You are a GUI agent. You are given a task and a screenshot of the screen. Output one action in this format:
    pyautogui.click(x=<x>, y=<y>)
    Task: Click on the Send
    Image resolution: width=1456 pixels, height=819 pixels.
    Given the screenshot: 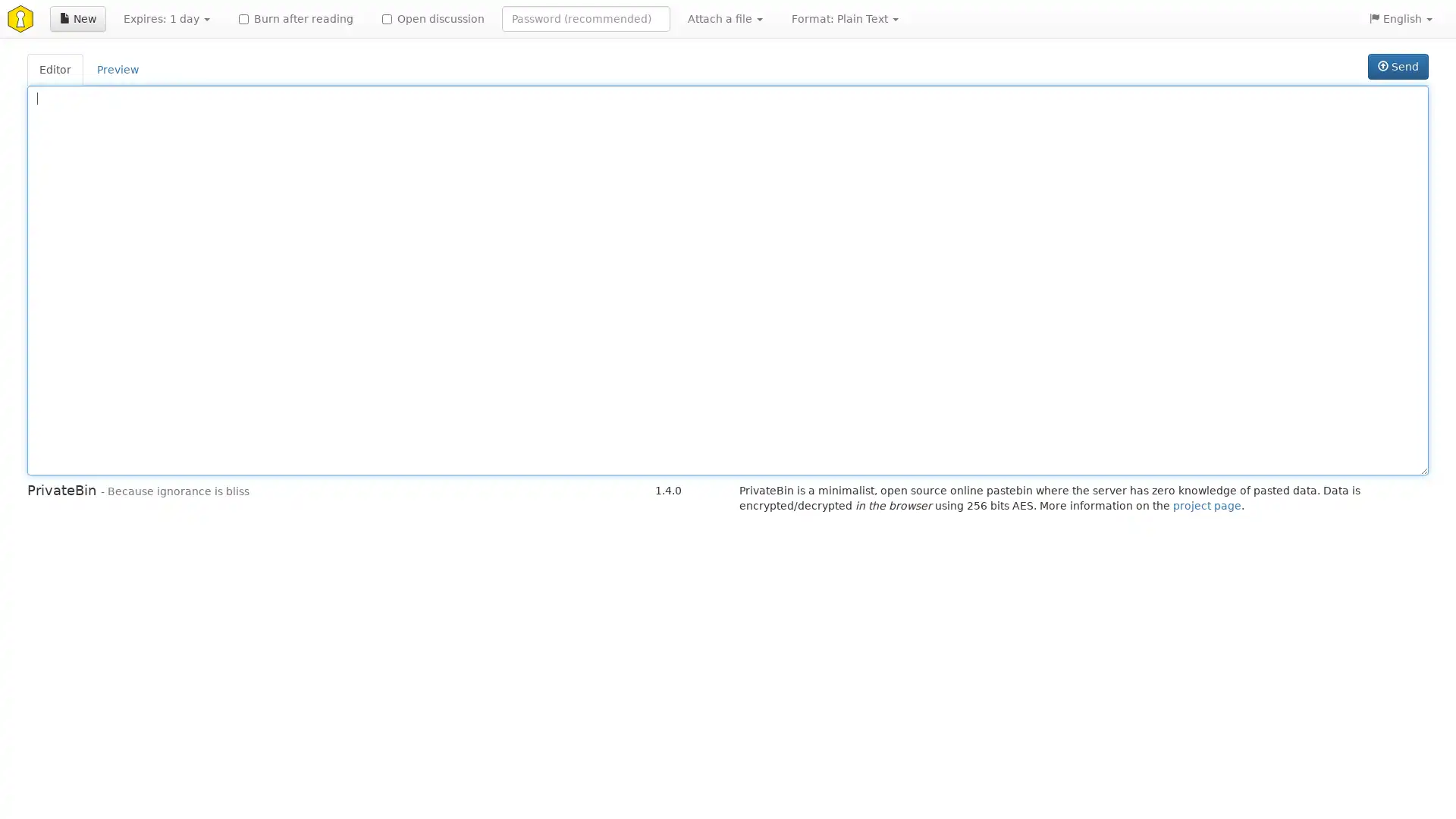 What is the action you would take?
    pyautogui.click(x=1397, y=66)
    